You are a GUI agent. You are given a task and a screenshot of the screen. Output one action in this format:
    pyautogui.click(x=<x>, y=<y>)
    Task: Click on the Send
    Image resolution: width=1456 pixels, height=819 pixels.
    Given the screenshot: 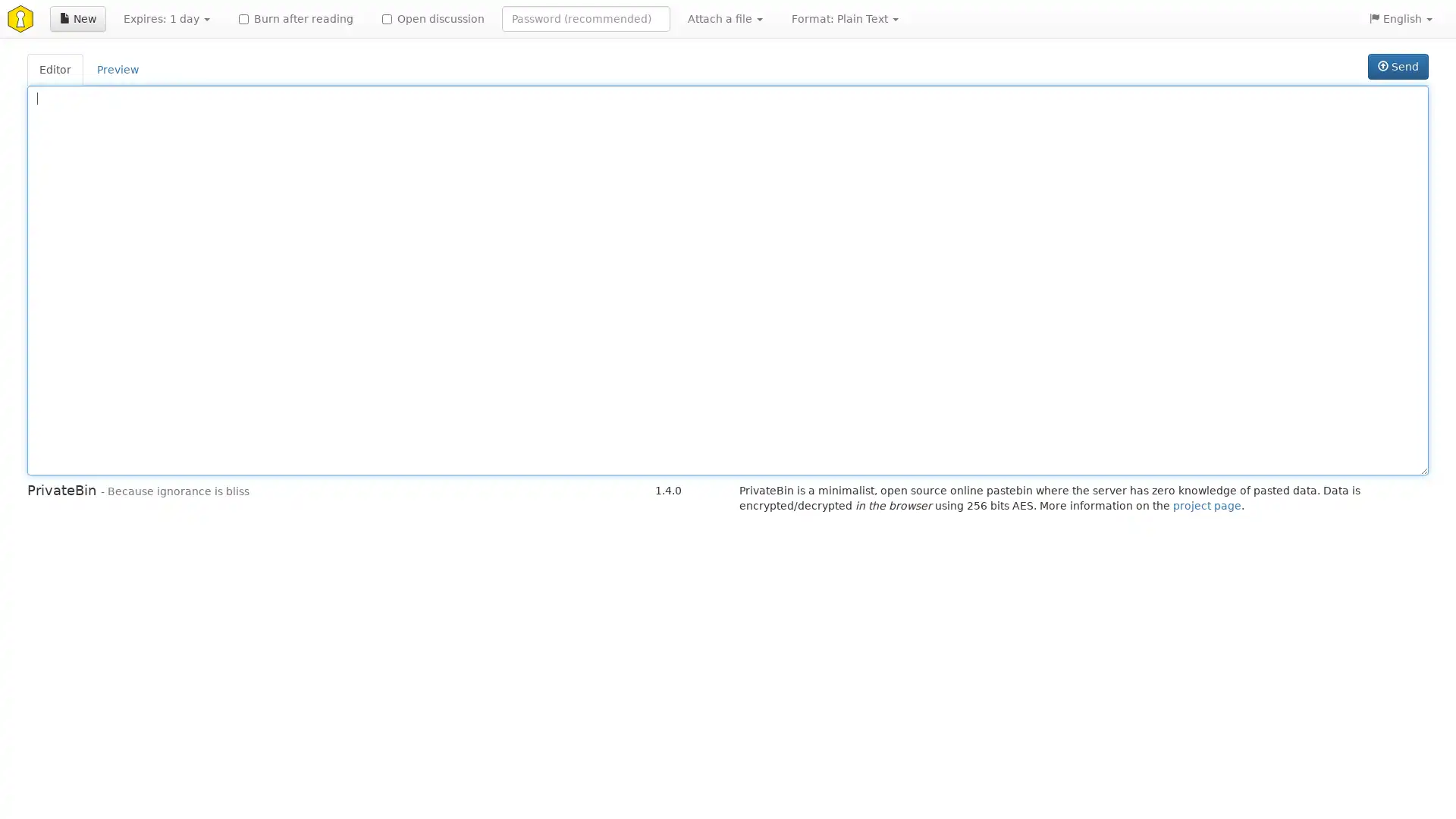 What is the action you would take?
    pyautogui.click(x=1397, y=66)
    